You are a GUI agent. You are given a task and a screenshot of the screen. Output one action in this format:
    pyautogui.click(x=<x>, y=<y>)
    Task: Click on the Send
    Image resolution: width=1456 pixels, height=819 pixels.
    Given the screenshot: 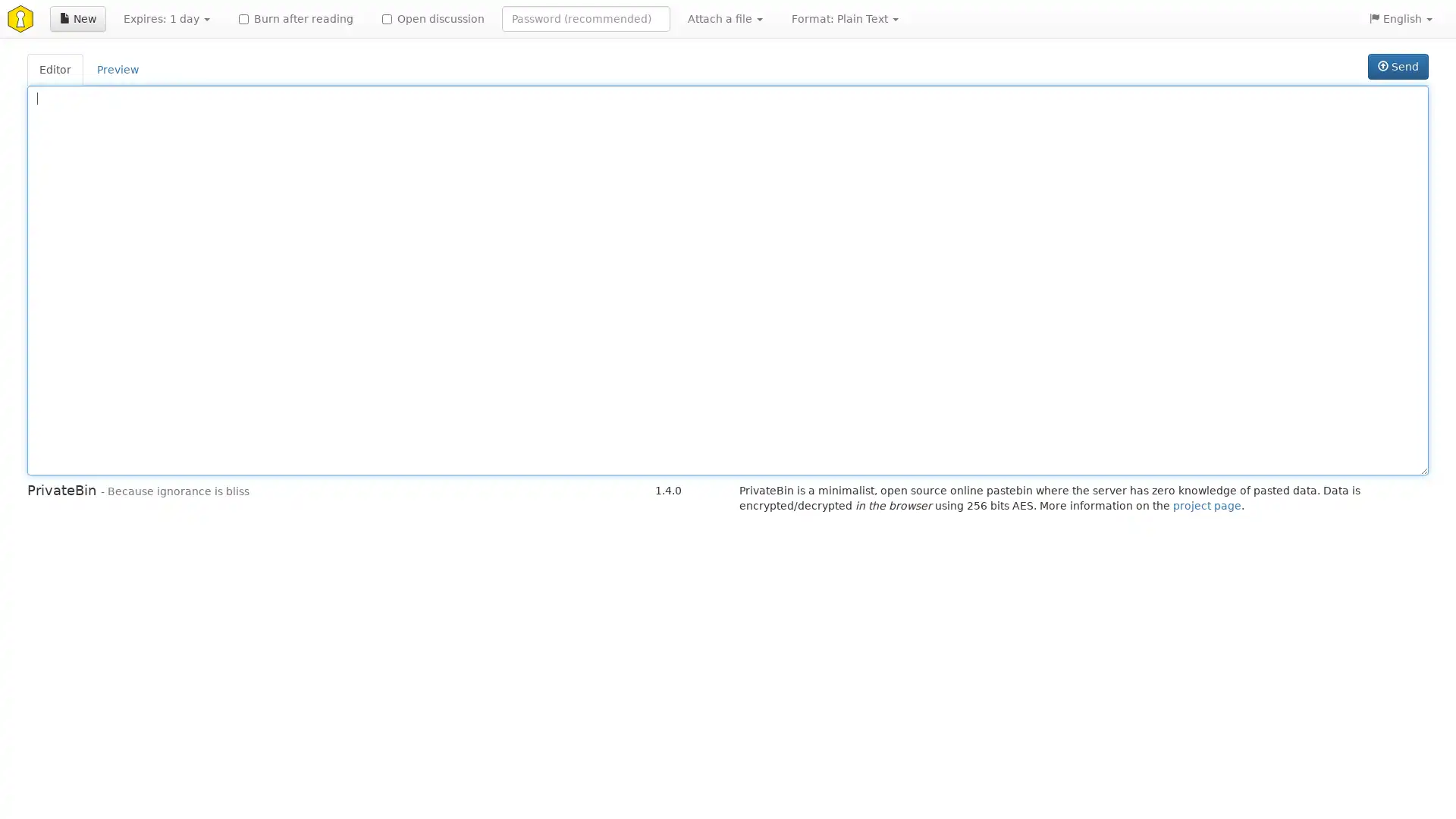 What is the action you would take?
    pyautogui.click(x=1397, y=66)
    